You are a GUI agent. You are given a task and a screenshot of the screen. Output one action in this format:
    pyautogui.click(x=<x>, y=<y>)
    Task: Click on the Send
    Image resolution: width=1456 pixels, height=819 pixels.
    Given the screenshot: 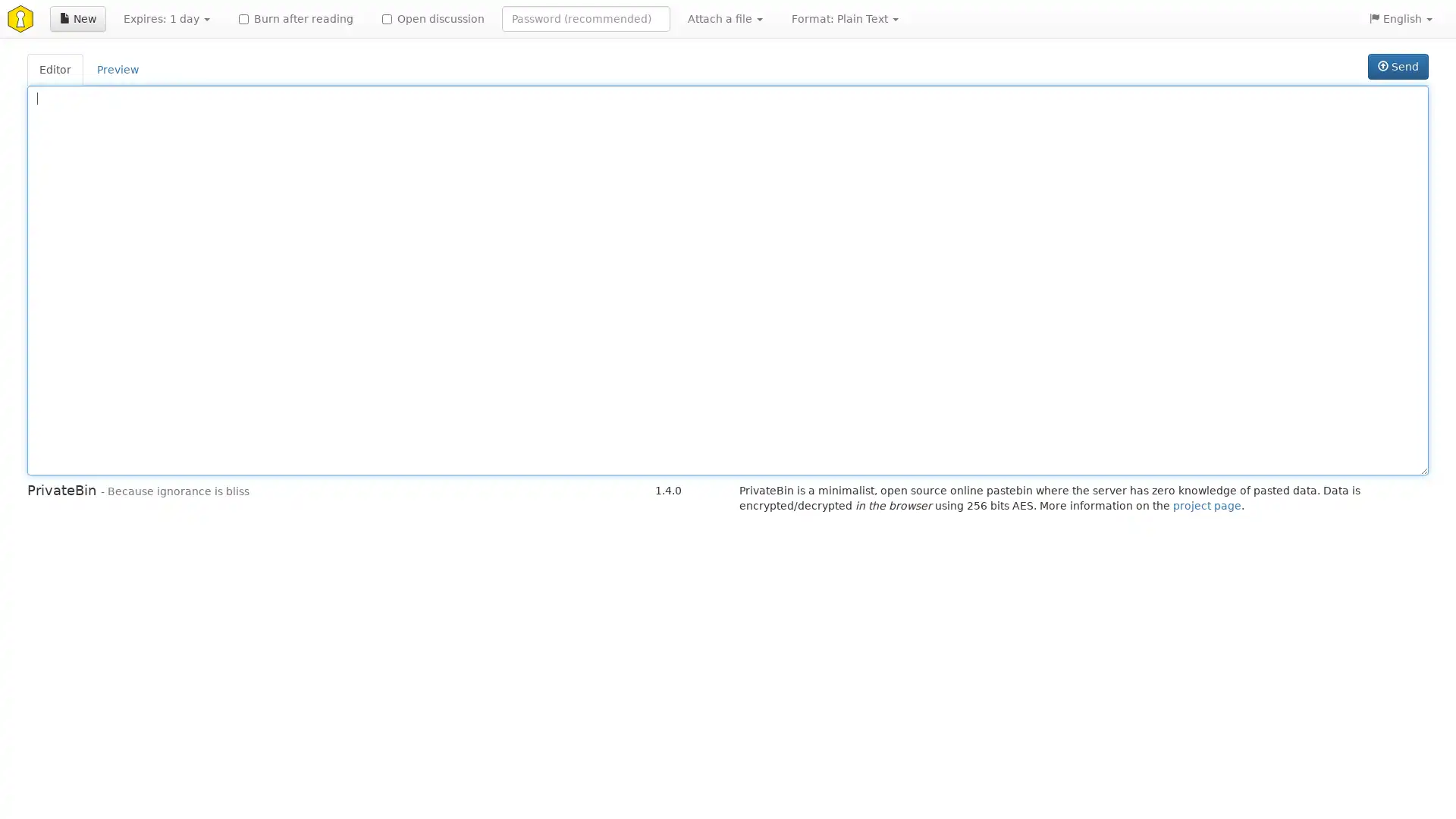 What is the action you would take?
    pyautogui.click(x=1397, y=66)
    